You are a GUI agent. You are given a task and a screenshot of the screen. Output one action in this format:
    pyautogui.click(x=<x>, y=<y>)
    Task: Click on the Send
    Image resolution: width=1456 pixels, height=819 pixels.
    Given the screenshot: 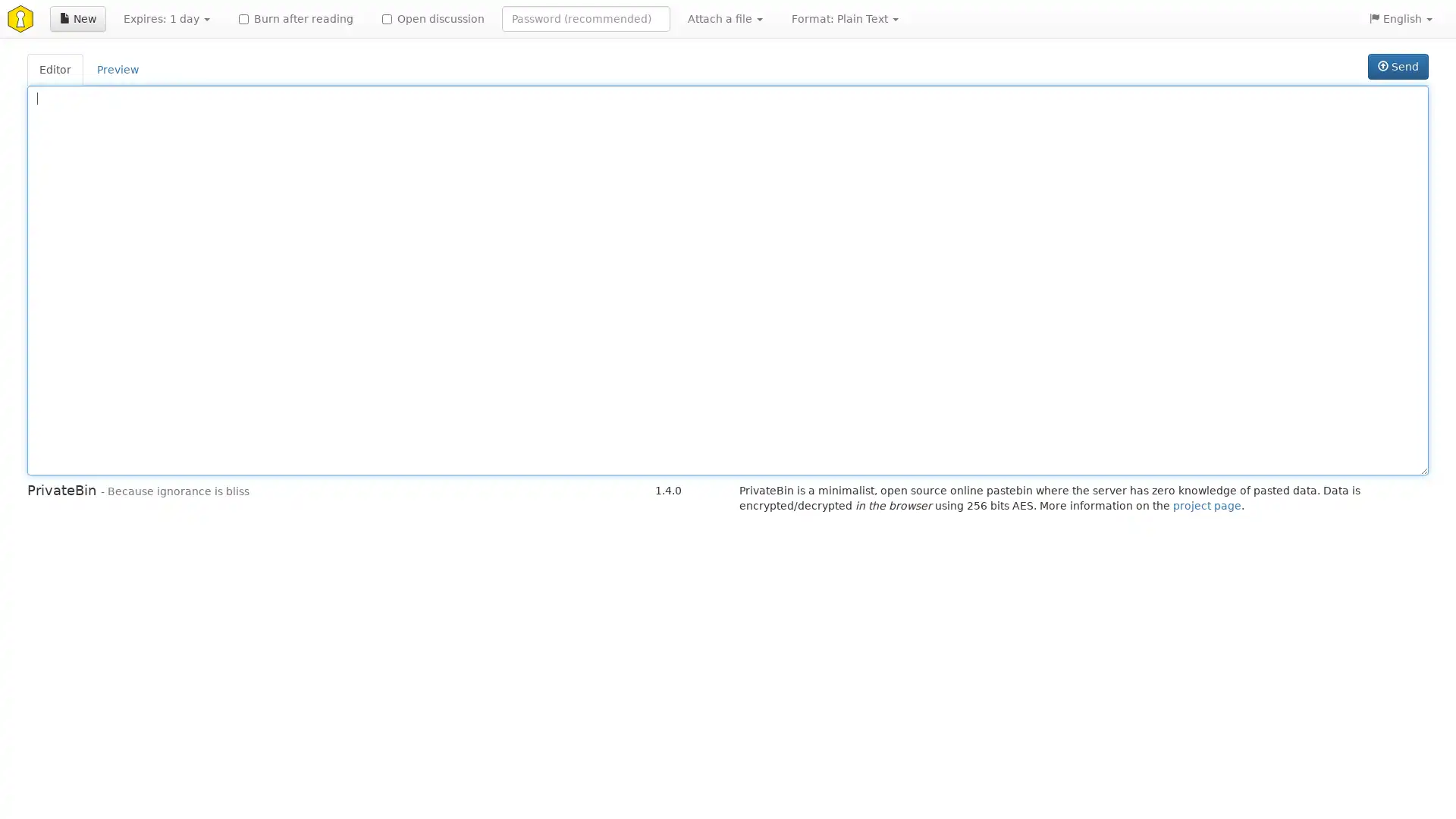 What is the action you would take?
    pyautogui.click(x=1397, y=66)
    